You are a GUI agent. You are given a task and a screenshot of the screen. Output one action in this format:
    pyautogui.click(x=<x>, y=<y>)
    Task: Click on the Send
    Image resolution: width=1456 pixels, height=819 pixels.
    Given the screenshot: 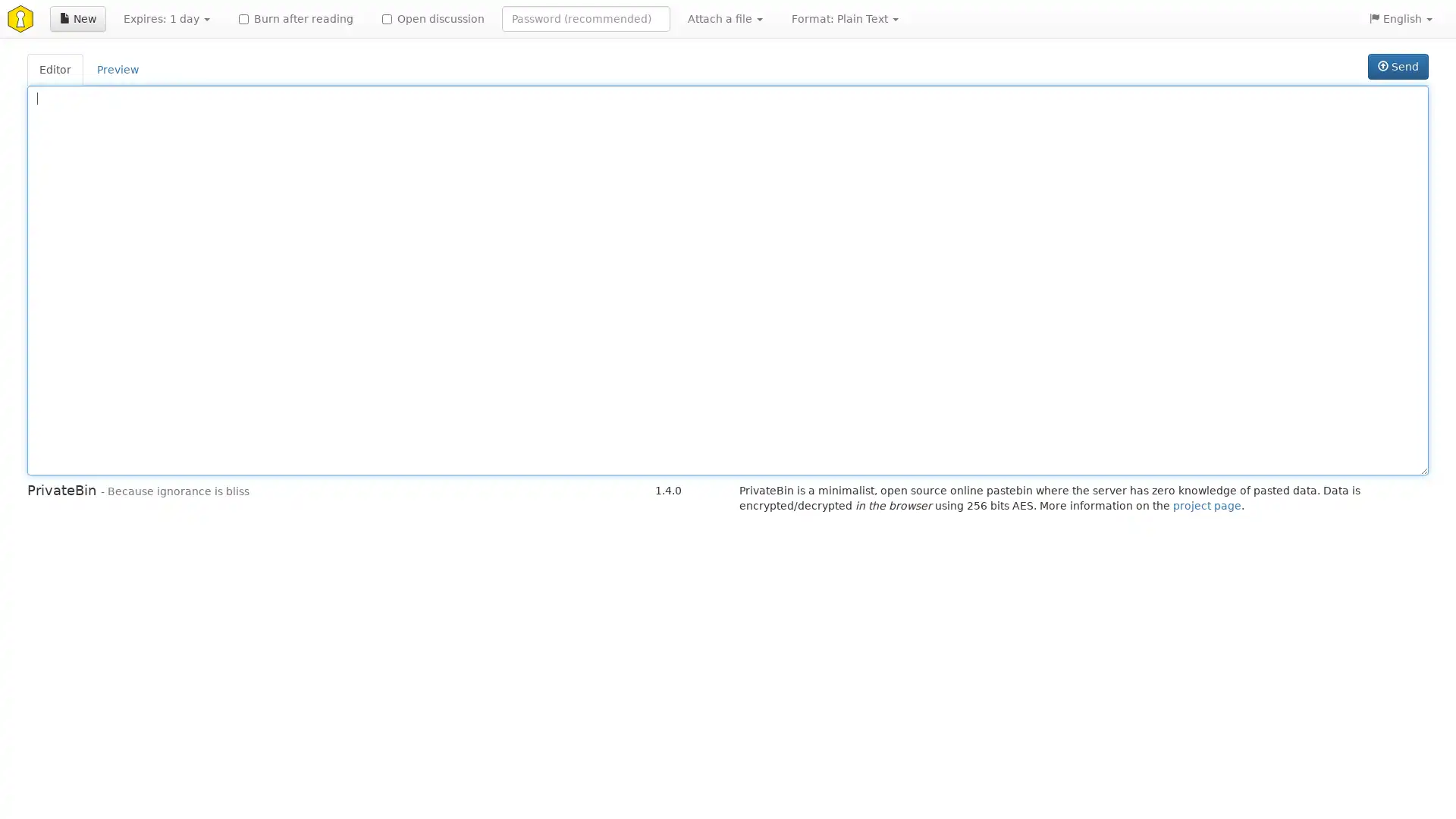 What is the action you would take?
    pyautogui.click(x=1397, y=66)
    